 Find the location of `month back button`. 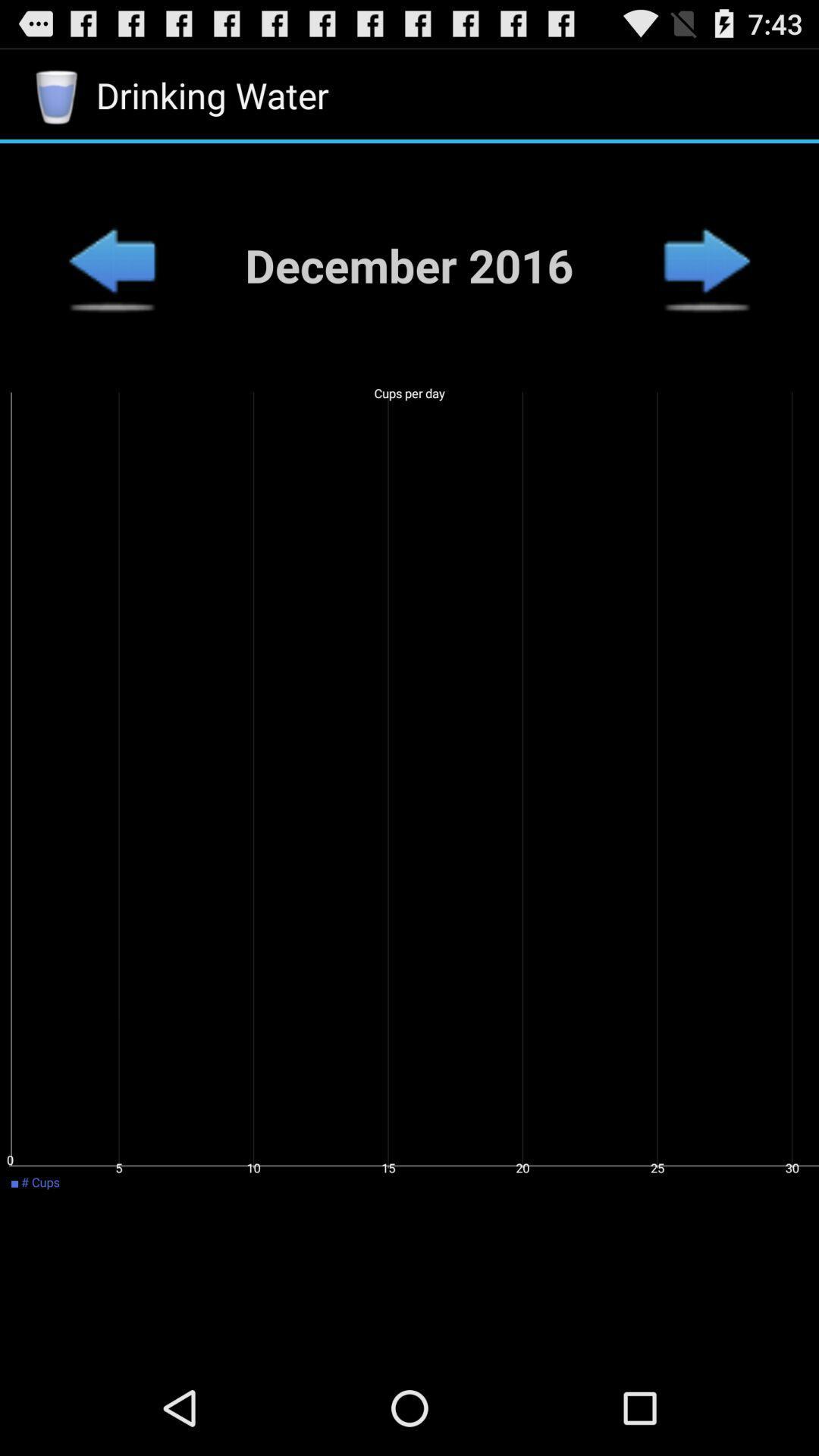

month back button is located at coordinates (111, 265).